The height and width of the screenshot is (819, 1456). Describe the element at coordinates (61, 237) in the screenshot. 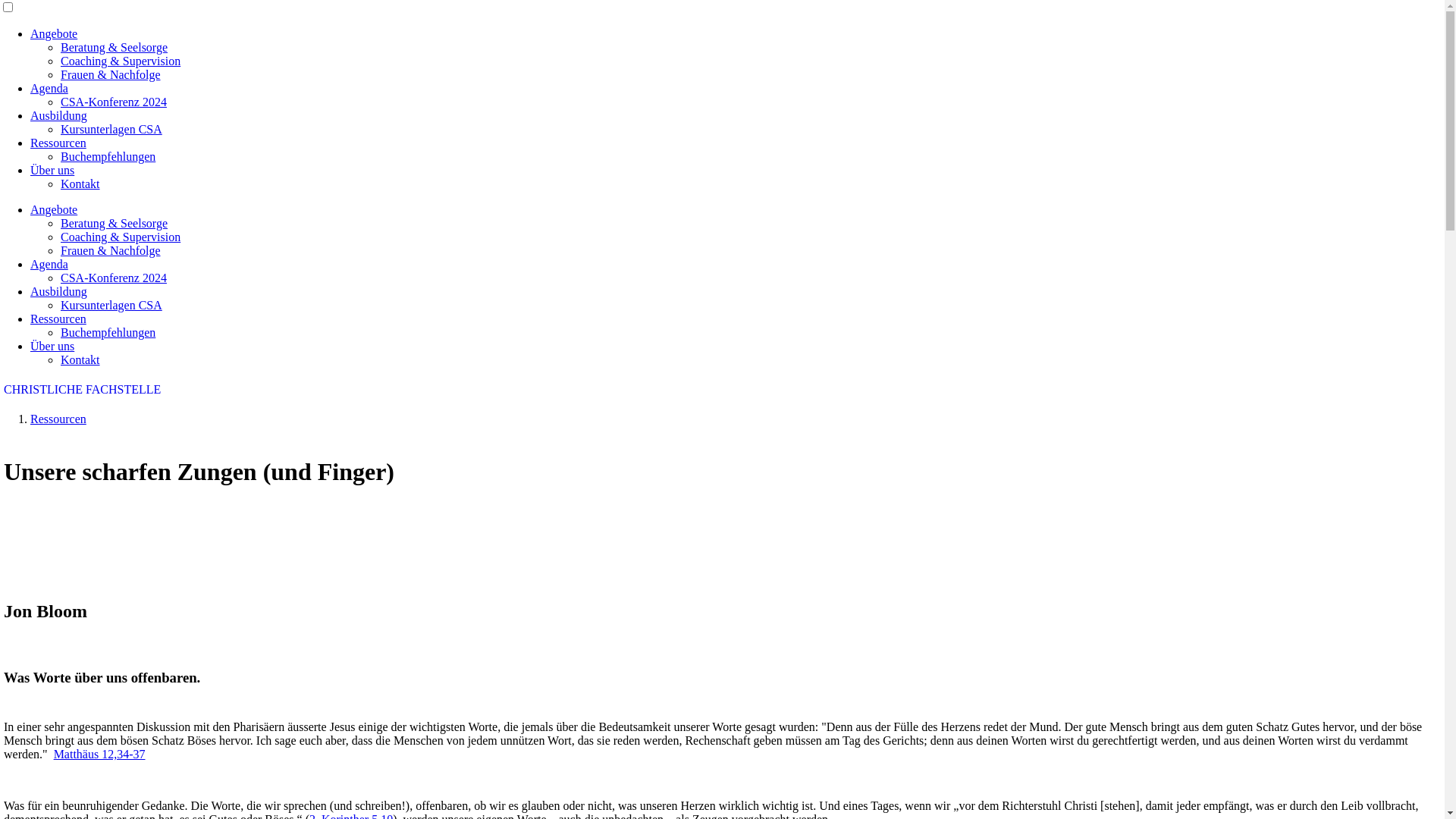

I see `'Coaching & Supervision'` at that location.